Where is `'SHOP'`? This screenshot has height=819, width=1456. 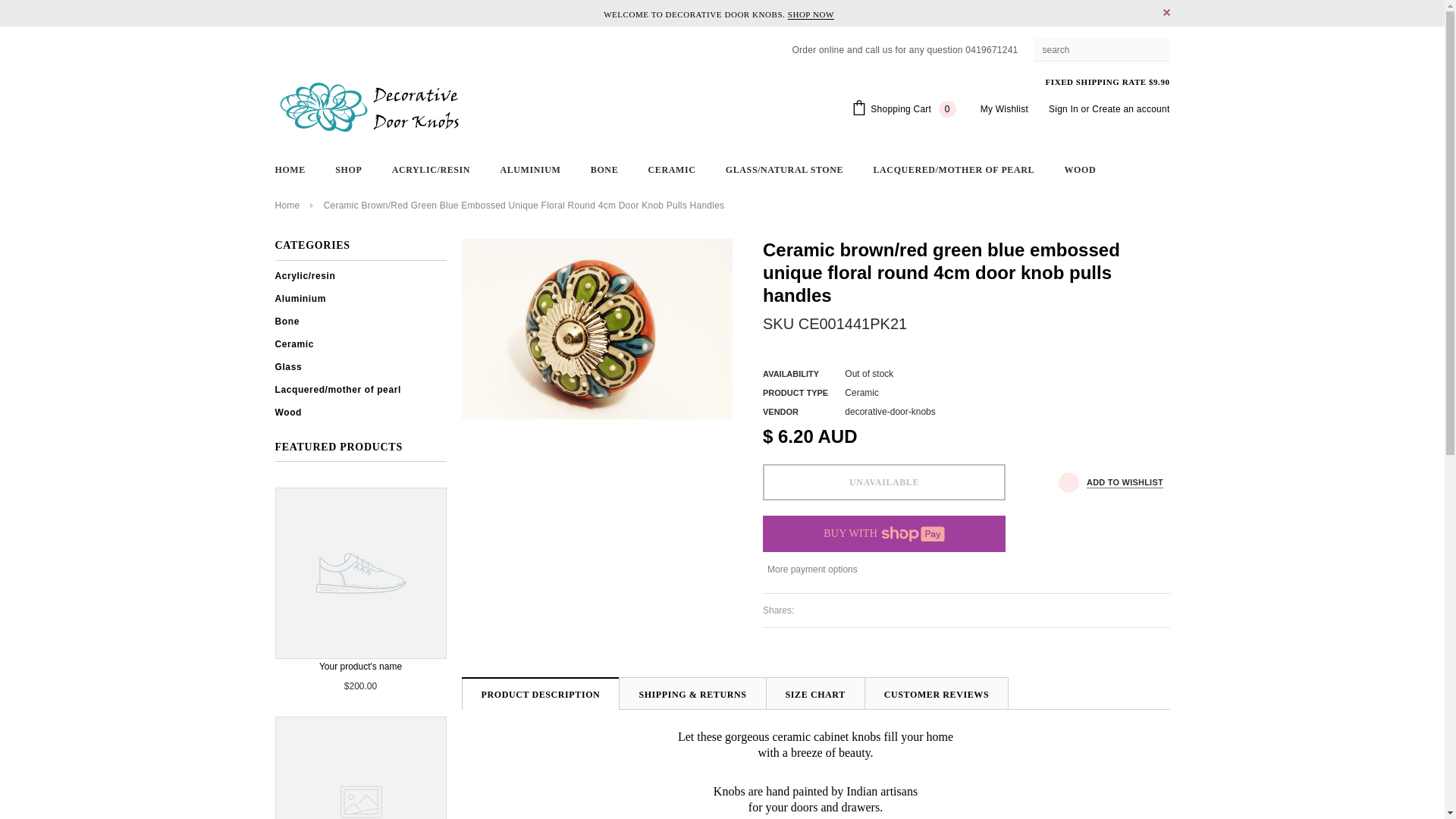 'SHOP' is located at coordinates (347, 169).